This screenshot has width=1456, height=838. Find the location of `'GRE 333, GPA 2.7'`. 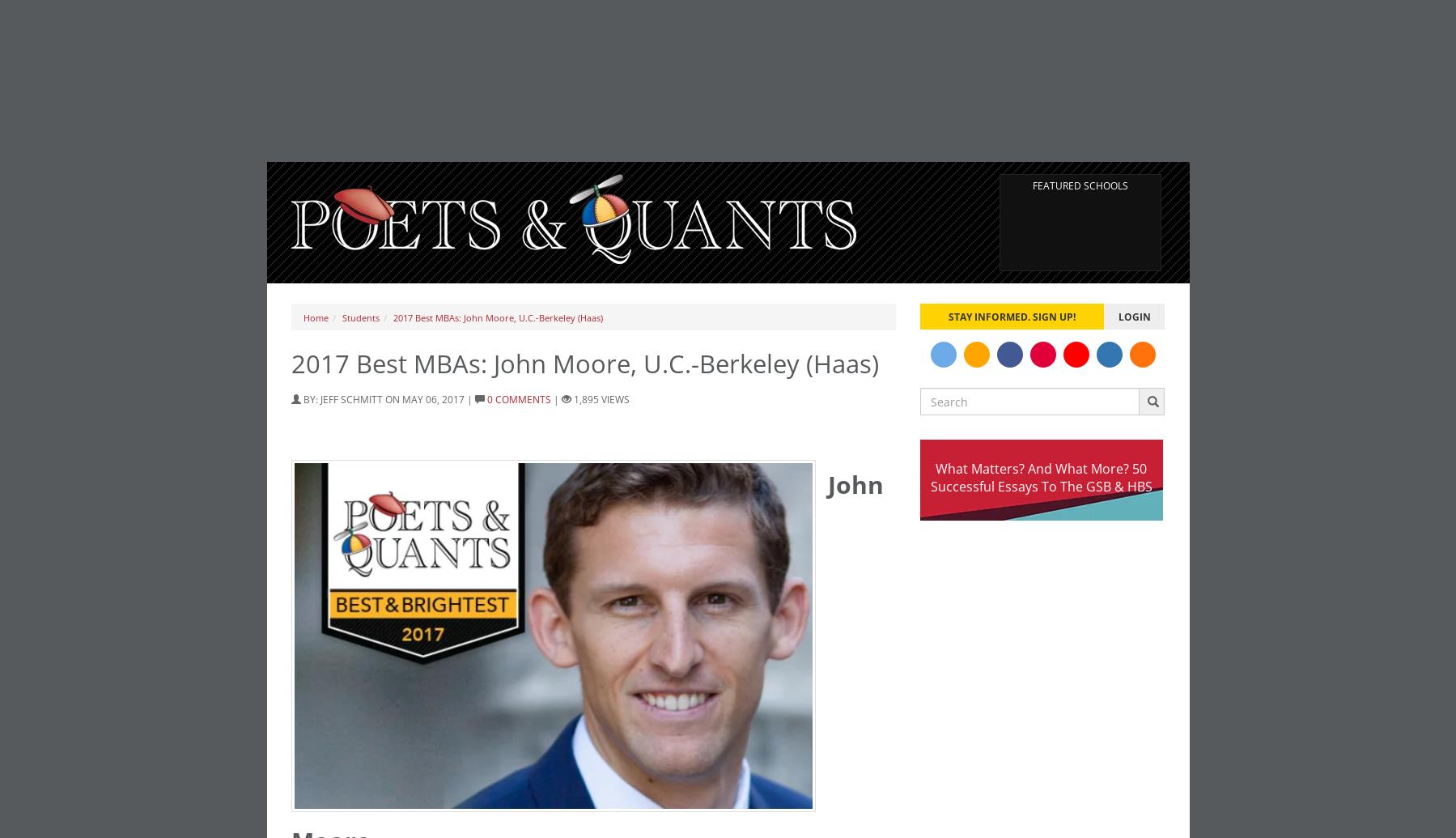

'GRE 333, GPA 2.7' is located at coordinates (403, 34).